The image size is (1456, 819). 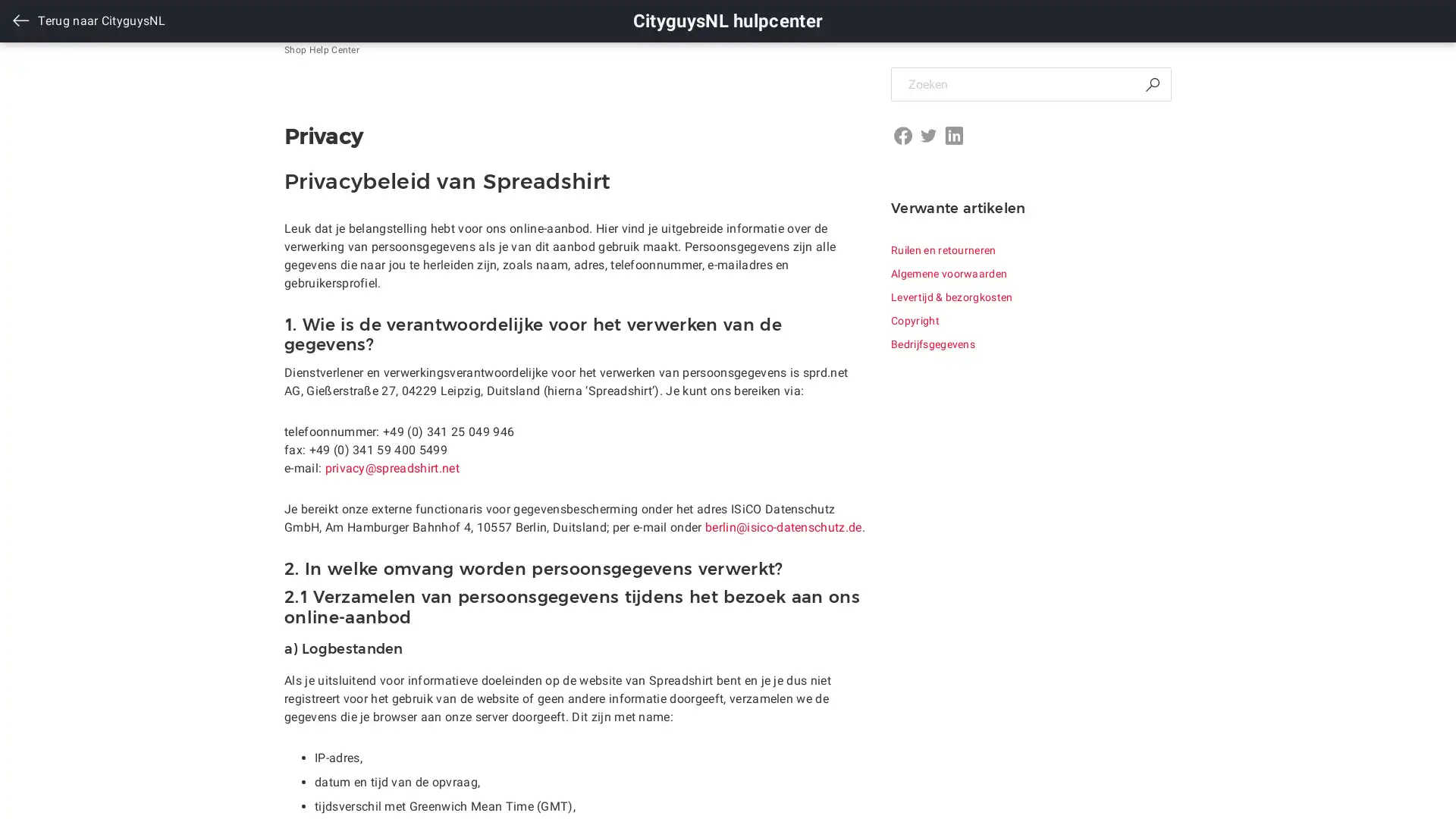 I want to click on Zoeken, so click(x=1152, y=84).